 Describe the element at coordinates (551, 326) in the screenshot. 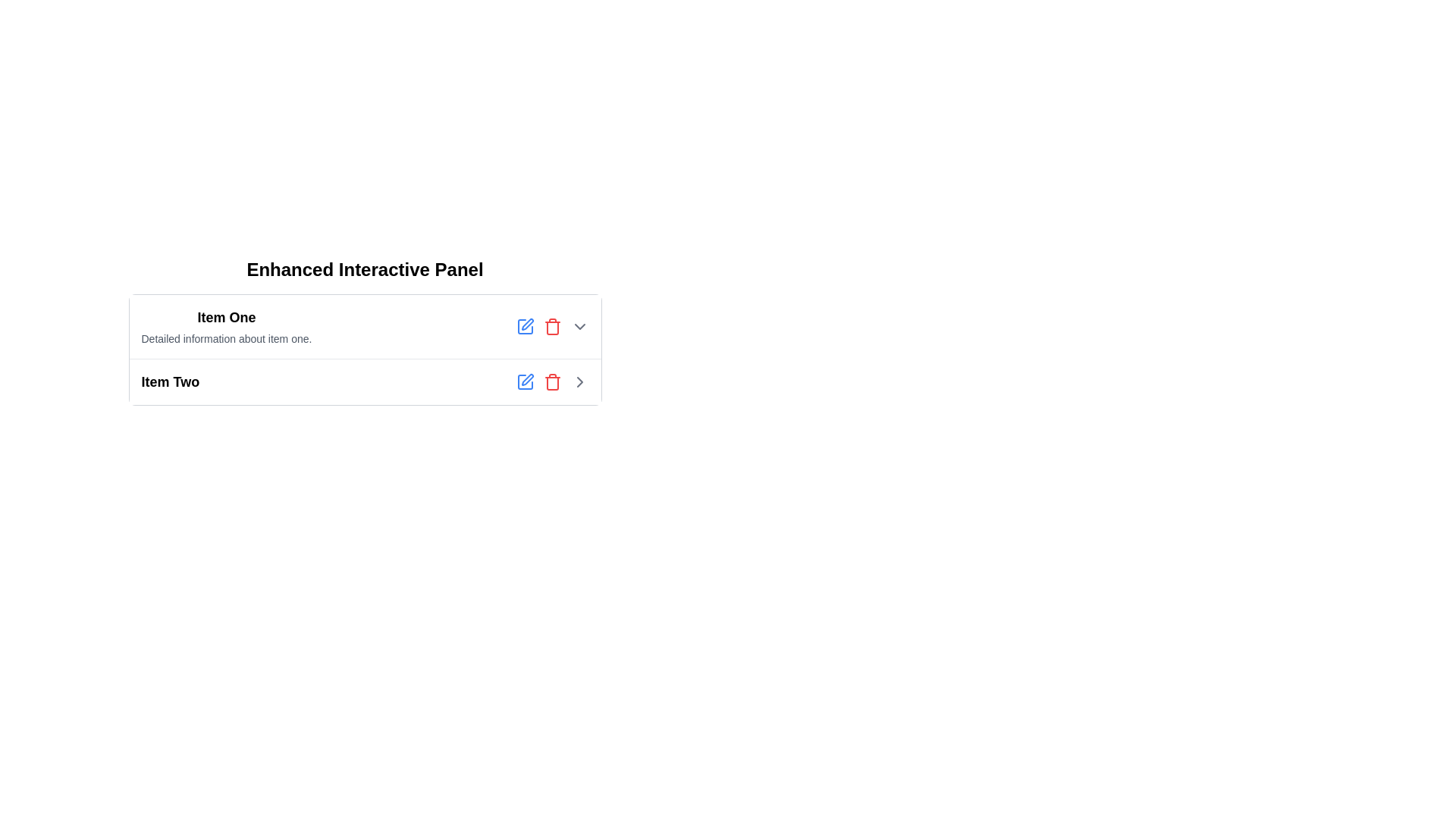

I see `the red delete icon button located to the right of 'Item One'` at that location.